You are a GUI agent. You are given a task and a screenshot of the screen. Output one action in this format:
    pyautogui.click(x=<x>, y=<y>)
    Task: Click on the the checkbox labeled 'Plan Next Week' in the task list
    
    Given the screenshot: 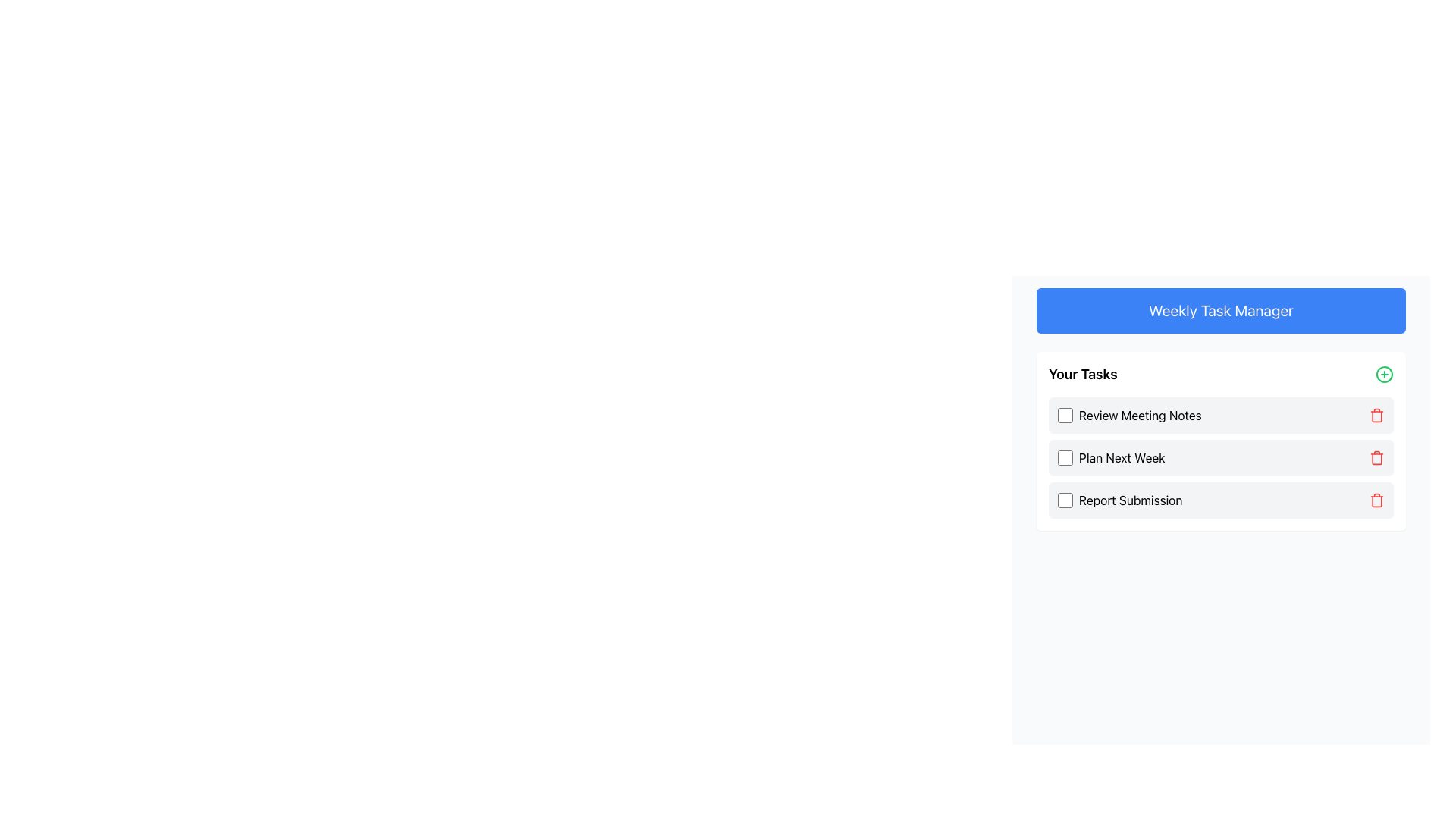 What is the action you would take?
    pyautogui.click(x=1065, y=457)
    